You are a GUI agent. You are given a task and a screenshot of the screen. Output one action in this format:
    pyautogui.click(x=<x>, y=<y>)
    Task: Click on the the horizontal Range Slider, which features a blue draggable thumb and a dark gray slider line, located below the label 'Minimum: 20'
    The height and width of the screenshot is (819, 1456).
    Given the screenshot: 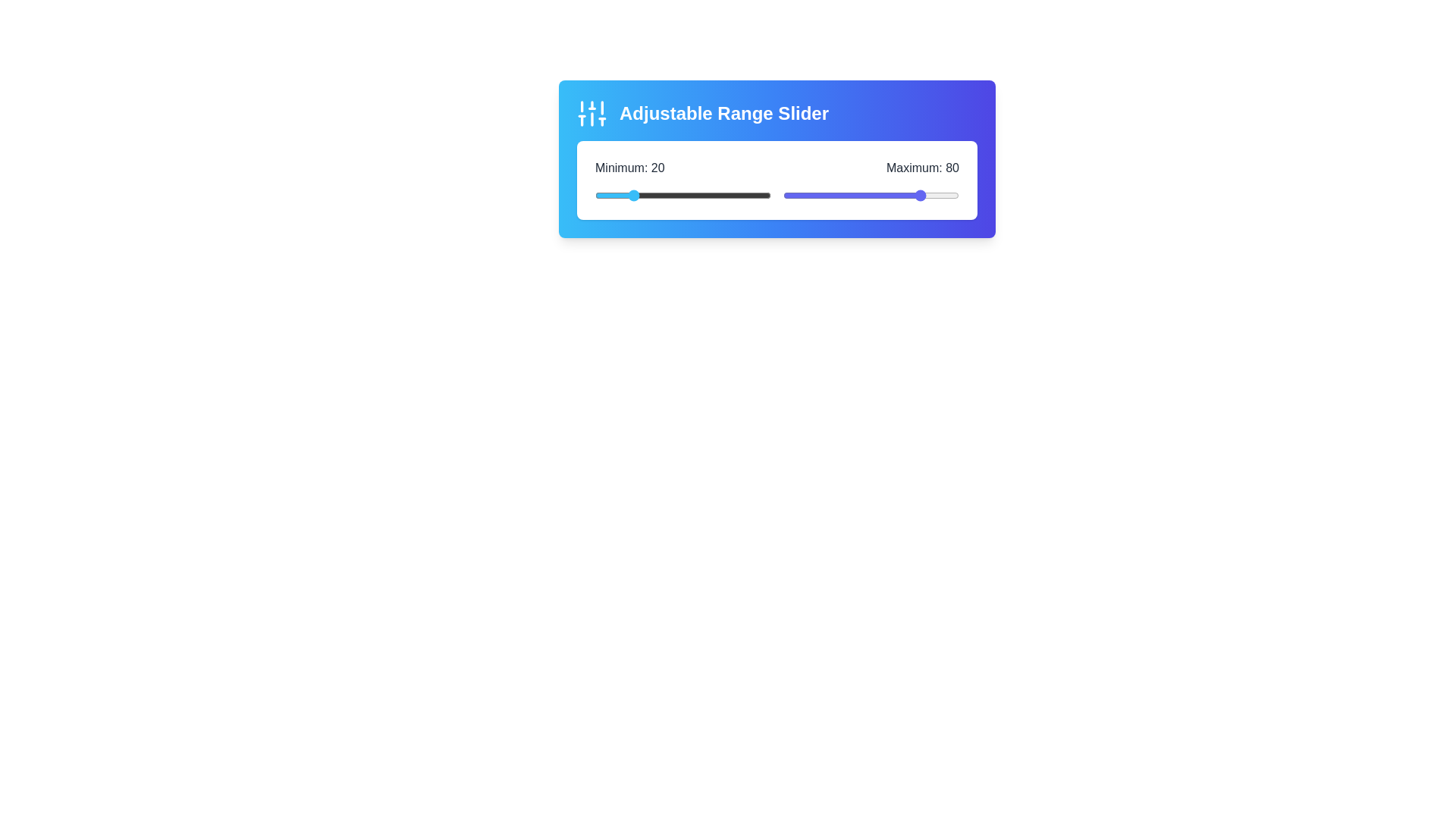 What is the action you would take?
    pyautogui.click(x=682, y=195)
    